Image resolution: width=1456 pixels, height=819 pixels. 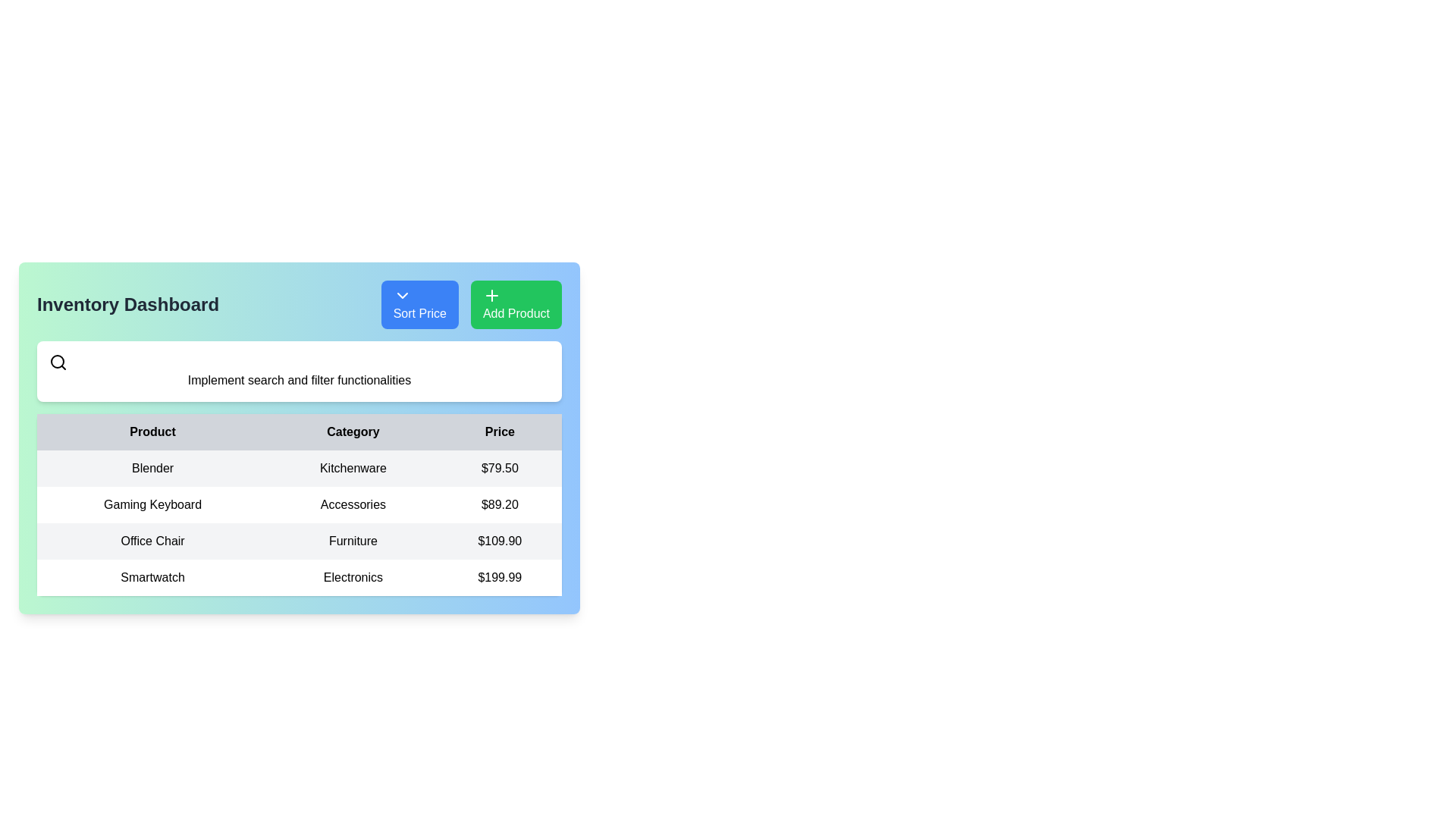 I want to click on the price label displaying '$89.20' for the 'Gaming Keyboard' in the accessories category, which is located in the price column of the table, so click(x=500, y=505).